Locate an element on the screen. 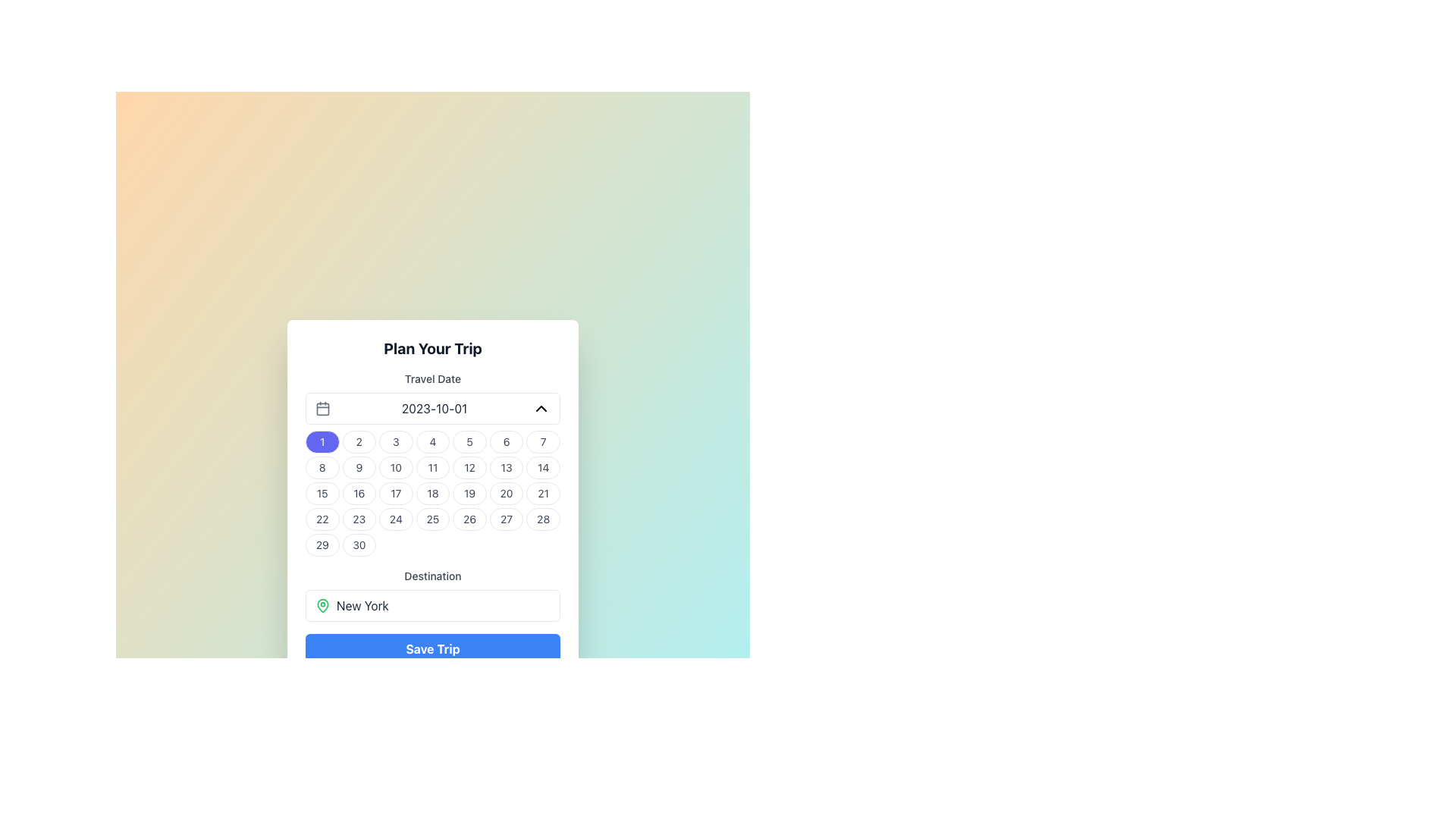 The image size is (1456, 819). the circular button labeled '27' in the bottom row, sixth column of the calendar grid is located at coordinates (507, 519).